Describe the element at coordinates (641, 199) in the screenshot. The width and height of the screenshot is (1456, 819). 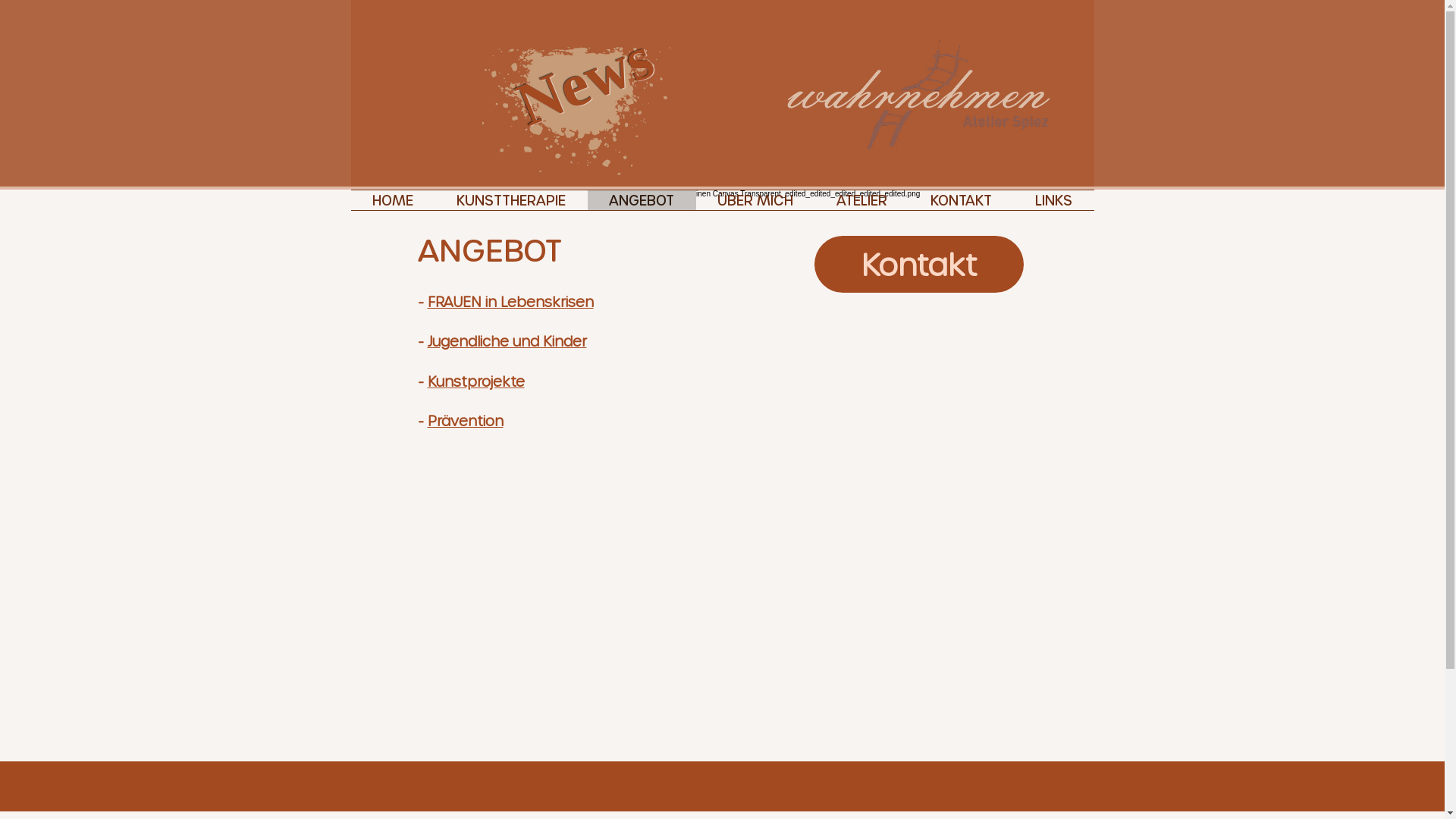
I see `'ANGEBOT'` at that location.